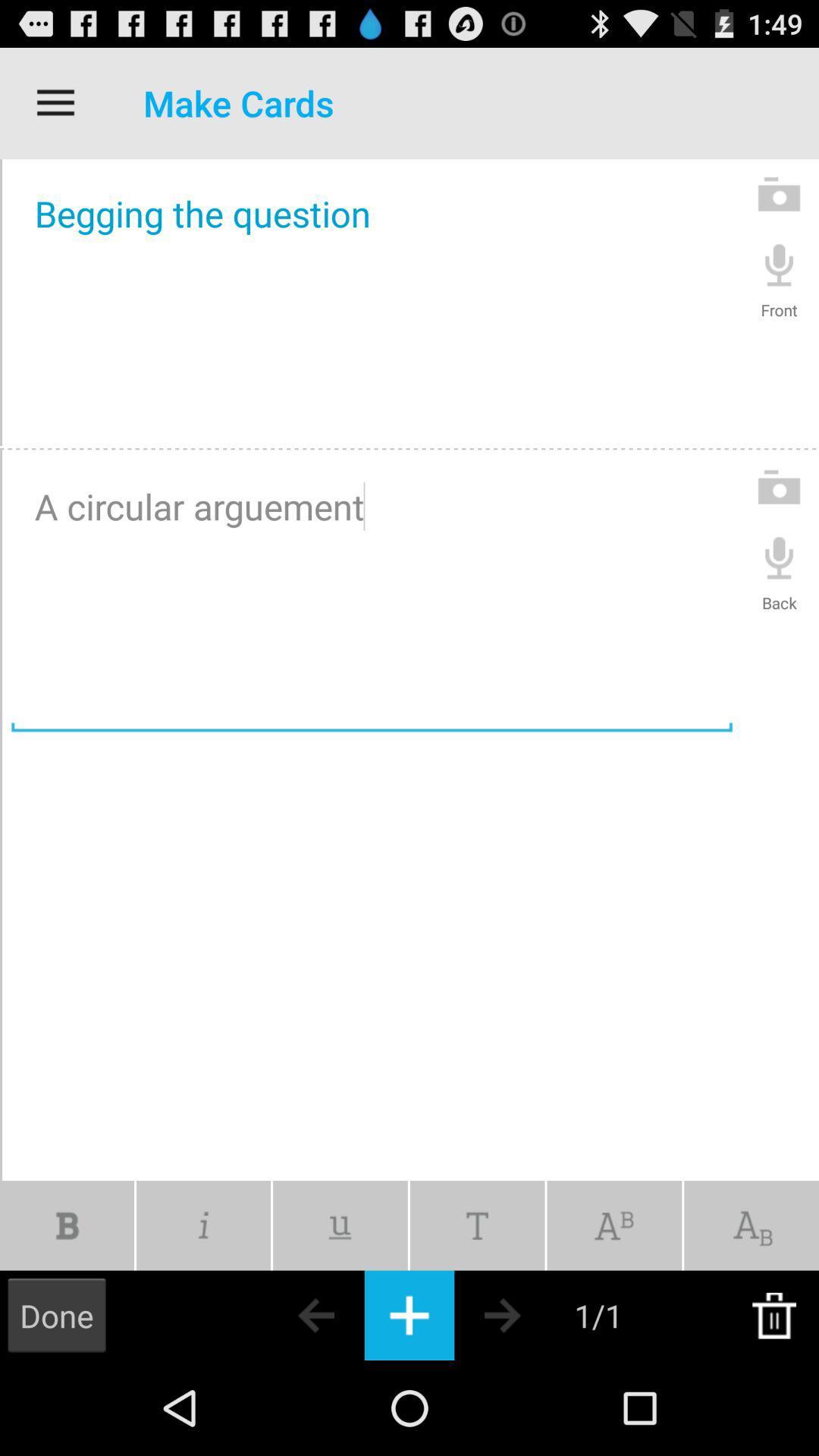 This screenshot has width=819, height=1456. I want to click on item below a circular arguement, so click(752, 1225).